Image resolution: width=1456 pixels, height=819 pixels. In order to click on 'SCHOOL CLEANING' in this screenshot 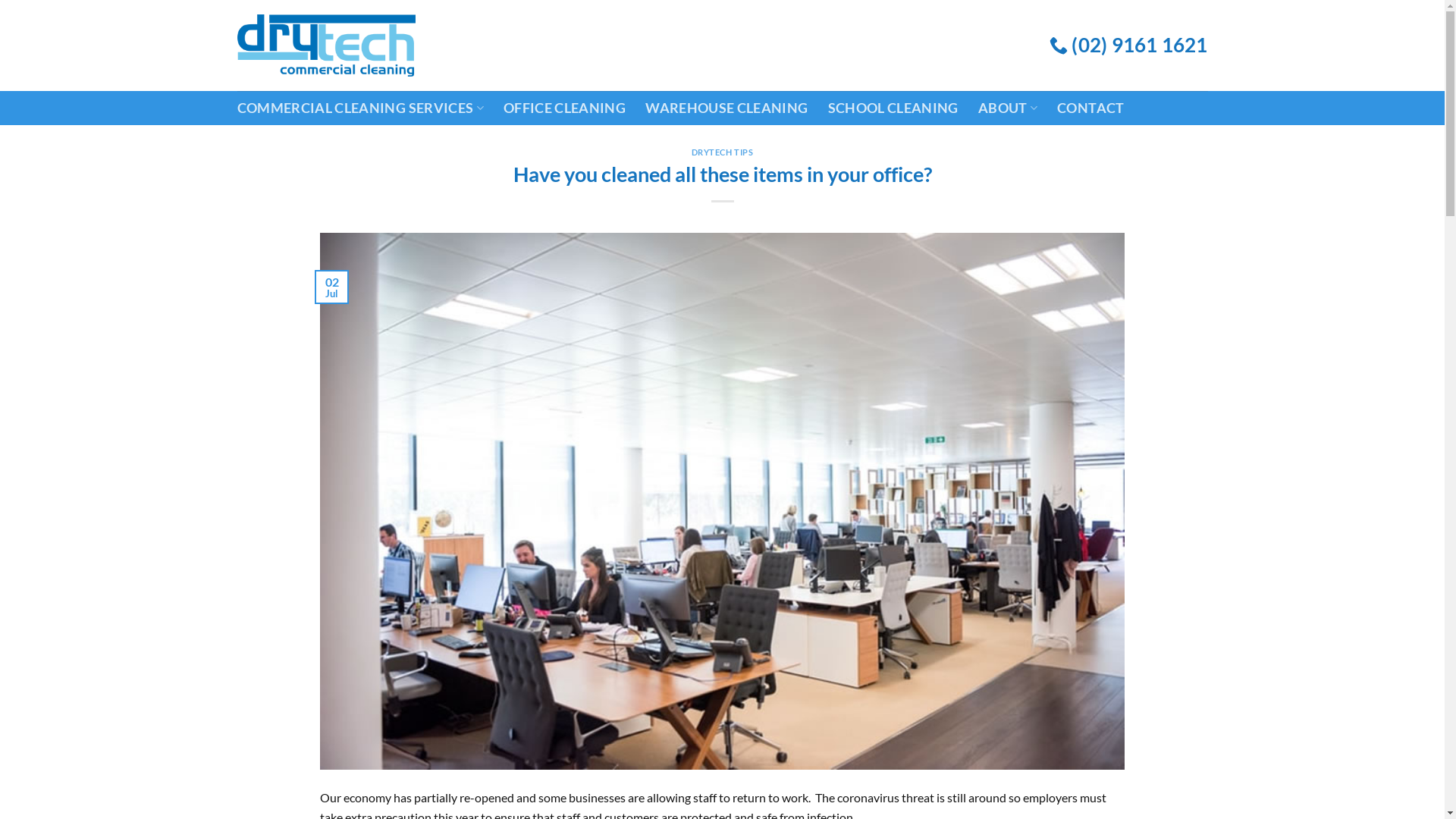, I will do `click(893, 107)`.